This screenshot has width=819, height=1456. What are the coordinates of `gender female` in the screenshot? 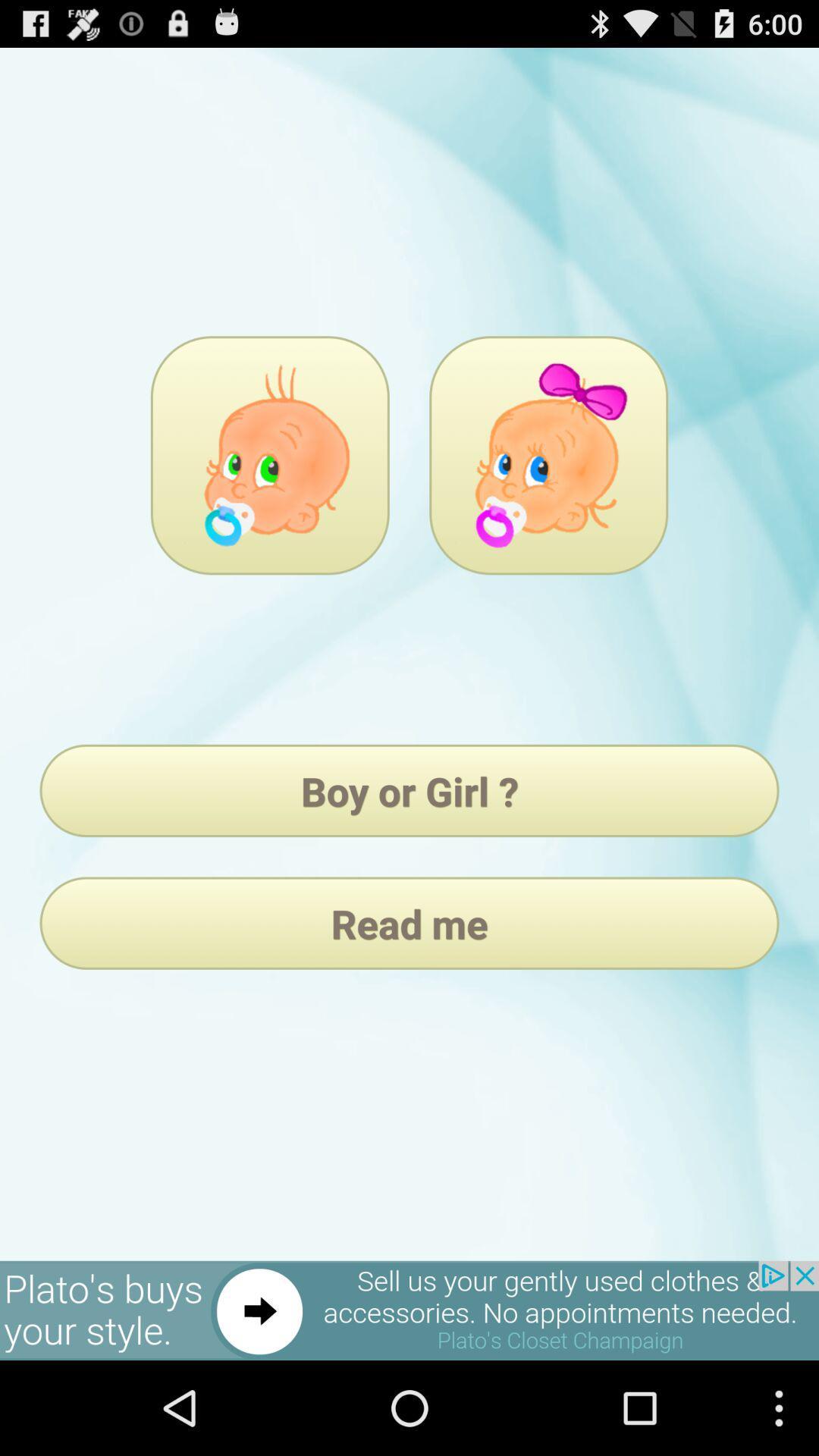 It's located at (548, 454).